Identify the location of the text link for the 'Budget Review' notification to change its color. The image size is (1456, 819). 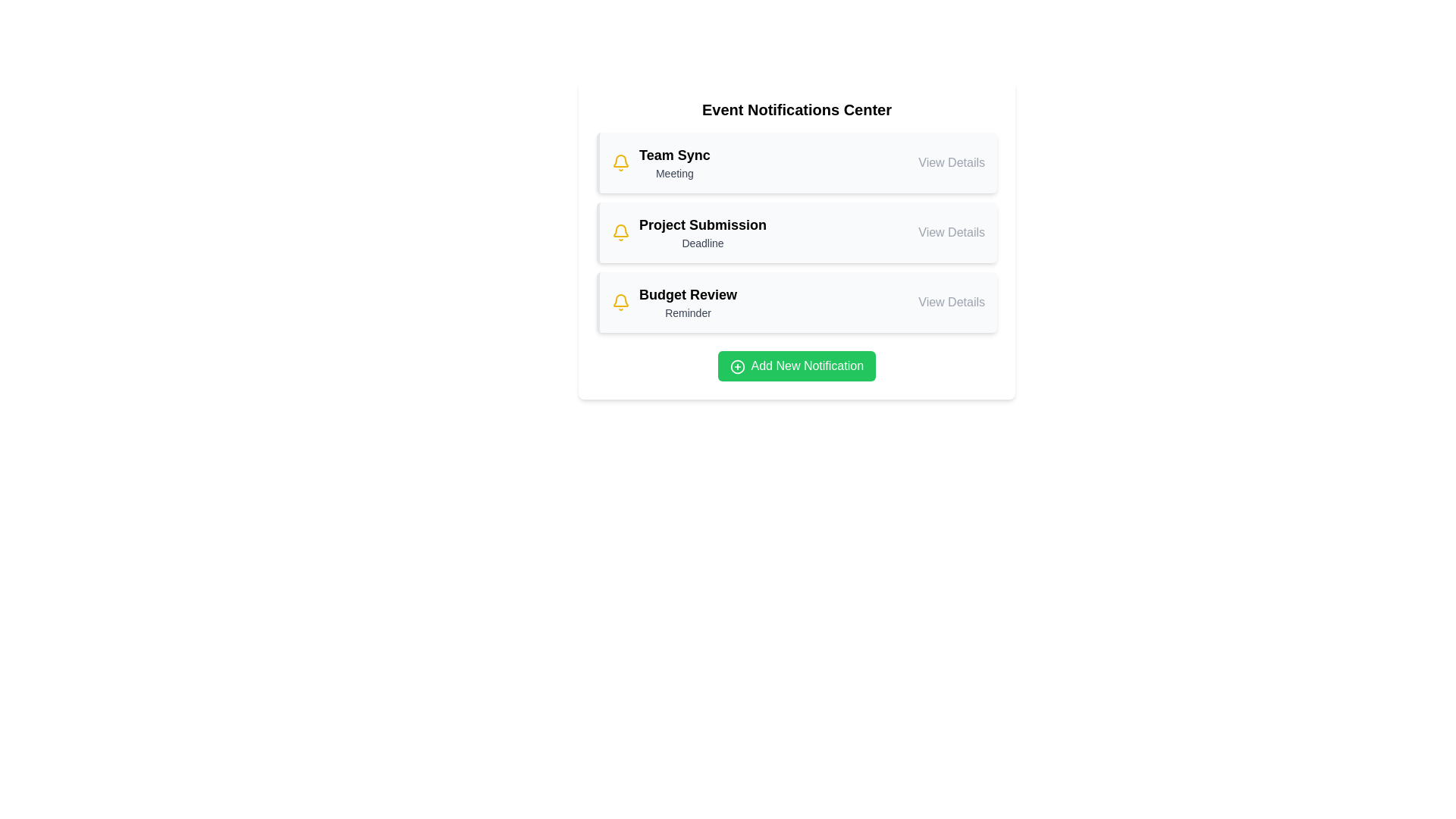
(951, 302).